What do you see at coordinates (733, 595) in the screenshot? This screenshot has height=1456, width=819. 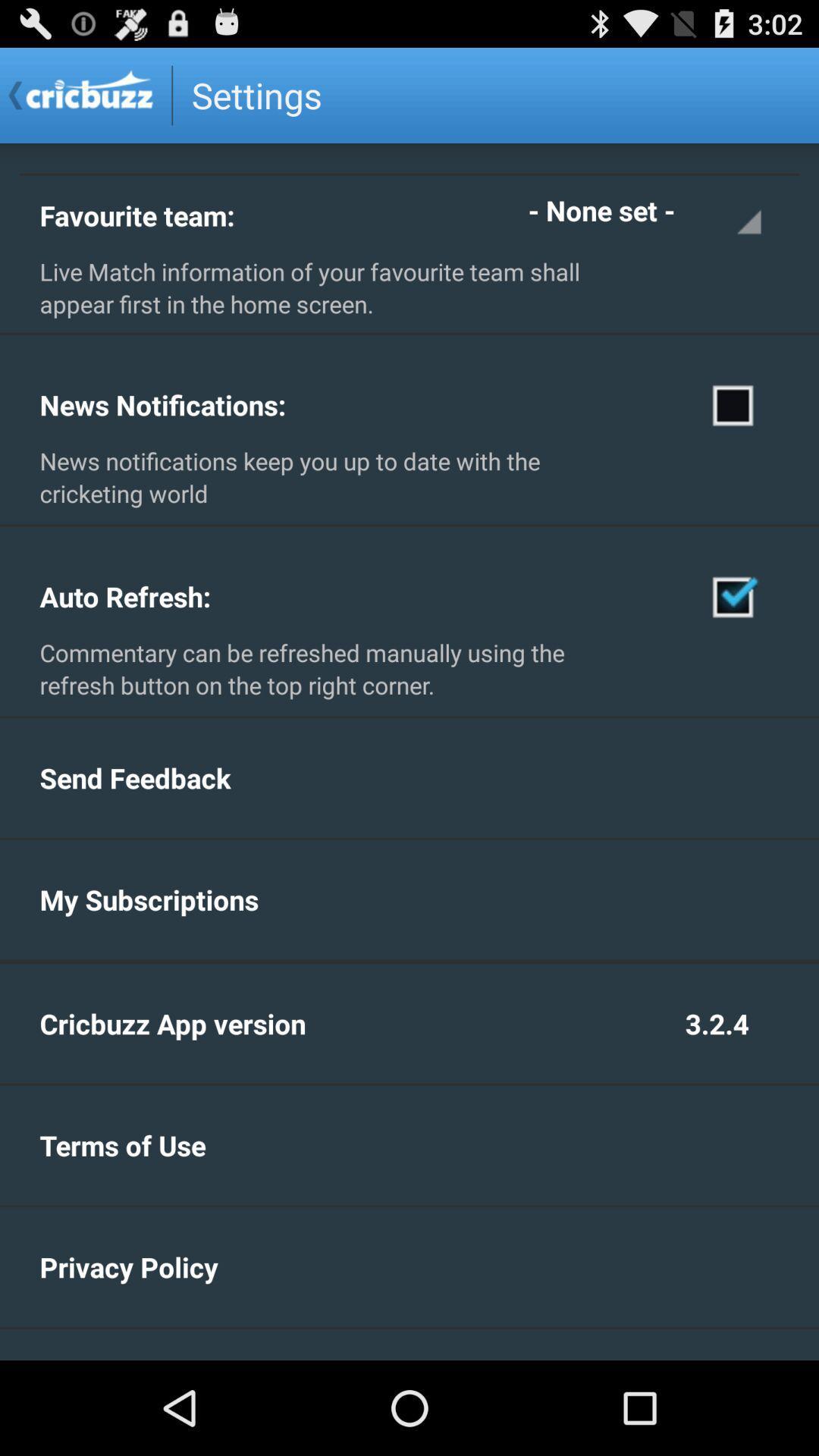 I see `validate choice` at bounding box center [733, 595].